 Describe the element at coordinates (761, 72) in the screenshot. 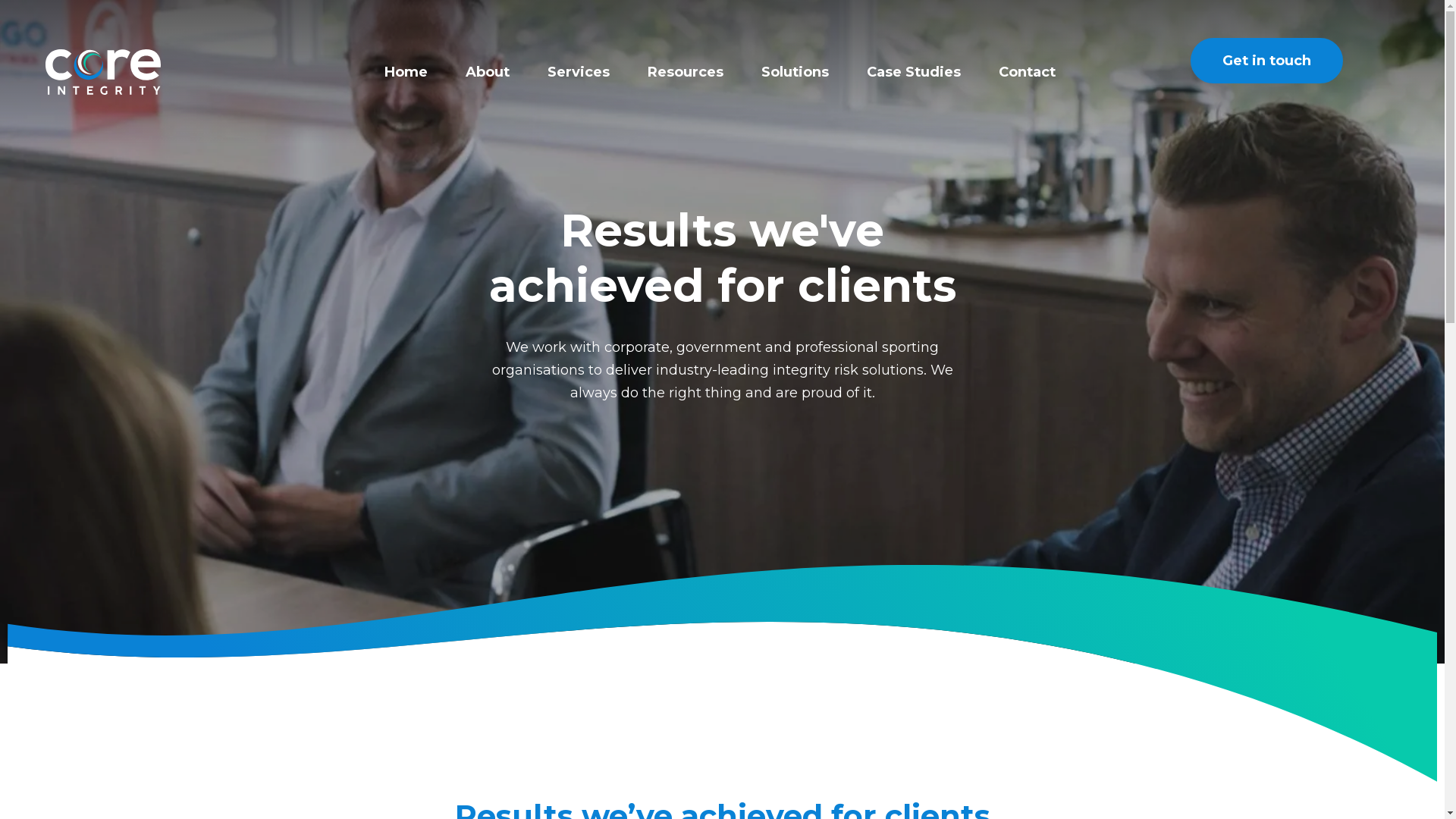

I see `'Solutions'` at that location.